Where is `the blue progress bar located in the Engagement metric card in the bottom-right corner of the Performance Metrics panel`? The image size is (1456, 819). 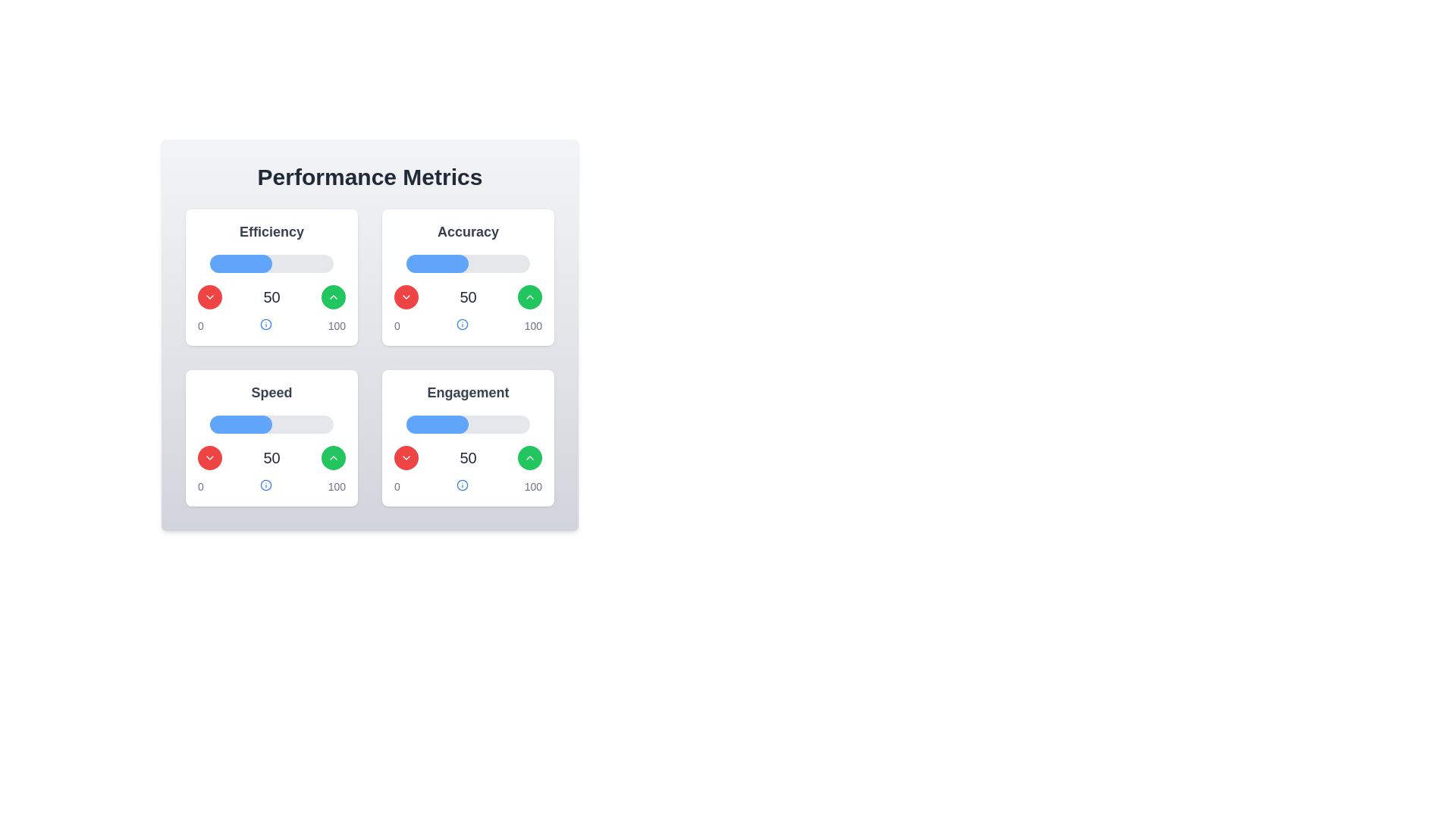
the blue progress bar located in the Engagement metric card in the bottom-right corner of the Performance Metrics panel is located at coordinates (436, 424).